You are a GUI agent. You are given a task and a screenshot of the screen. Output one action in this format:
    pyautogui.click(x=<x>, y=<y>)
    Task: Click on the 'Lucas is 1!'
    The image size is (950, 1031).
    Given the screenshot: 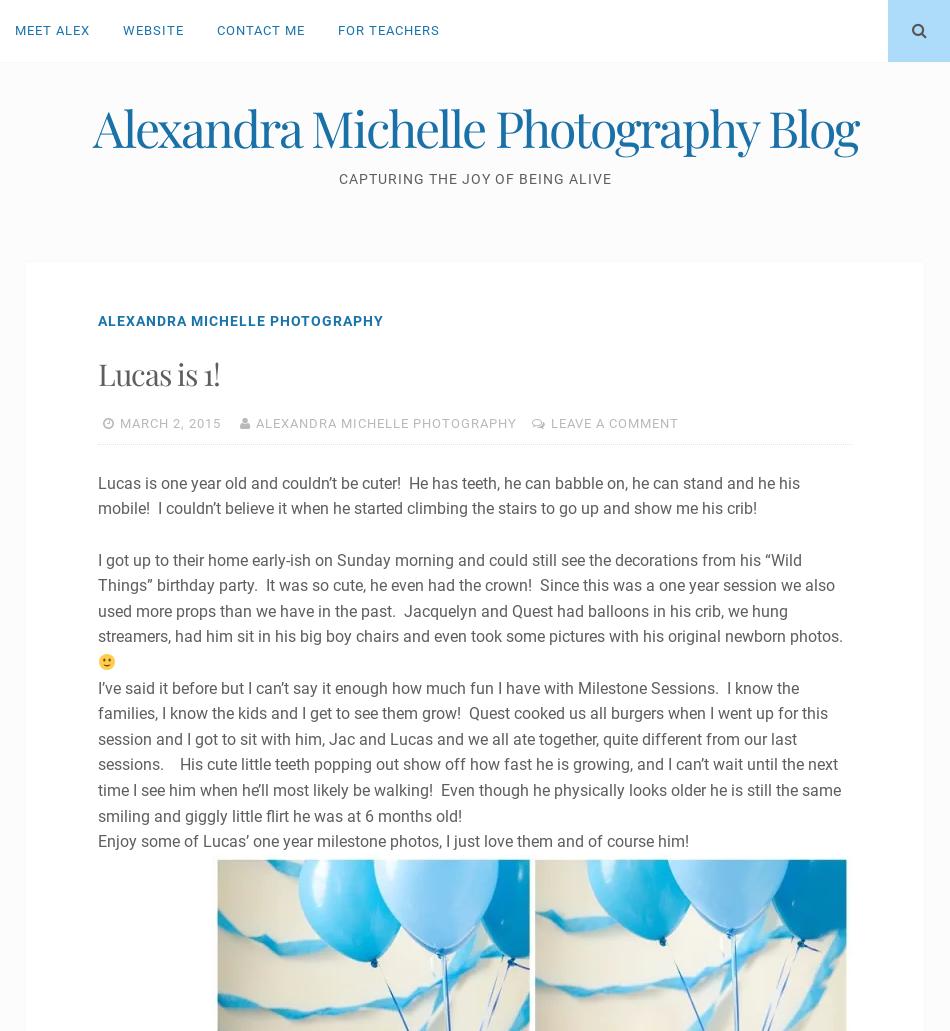 What is the action you would take?
    pyautogui.click(x=157, y=372)
    